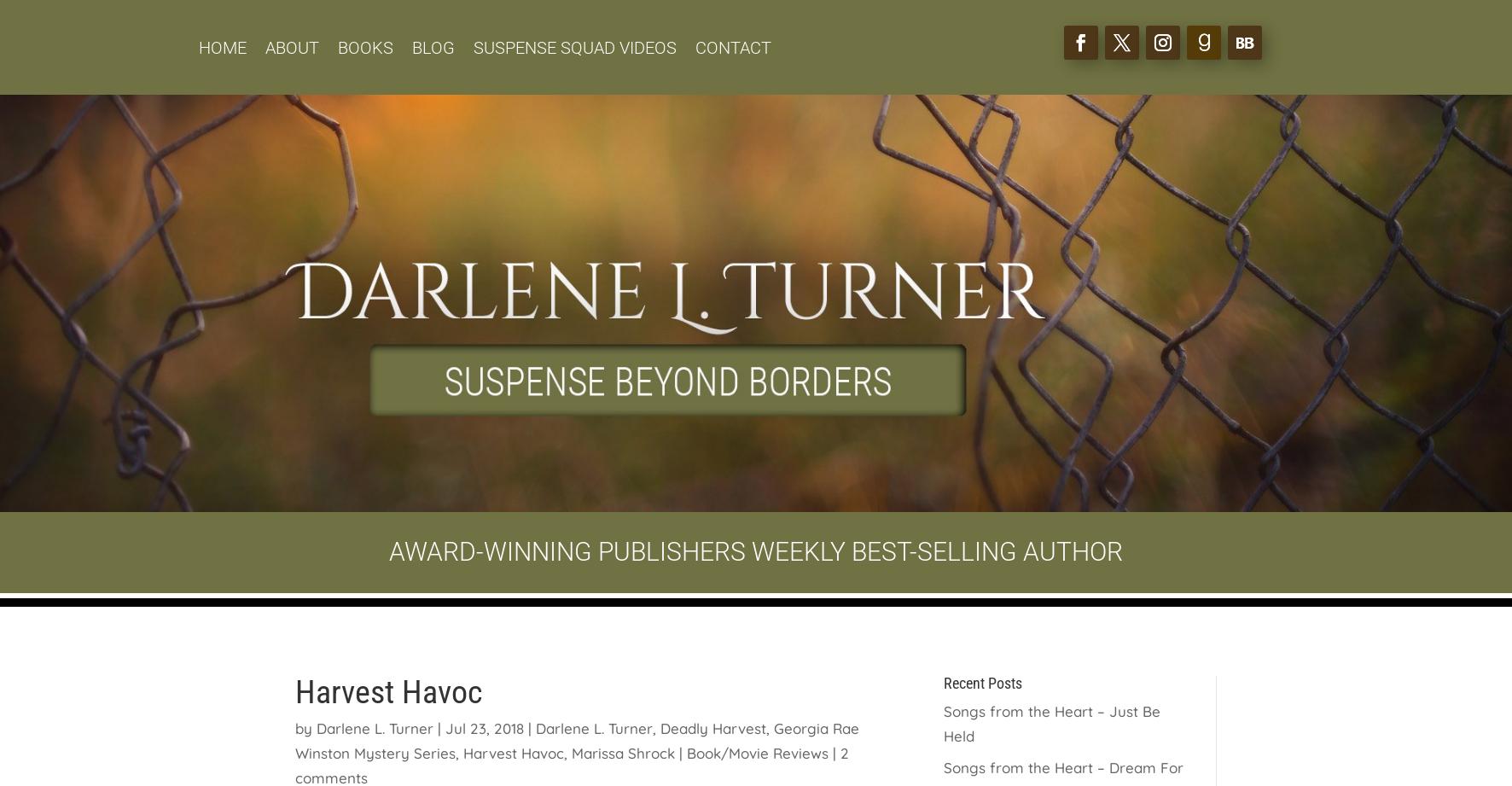  What do you see at coordinates (713, 727) in the screenshot?
I see `'Deadly Harvest'` at bounding box center [713, 727].